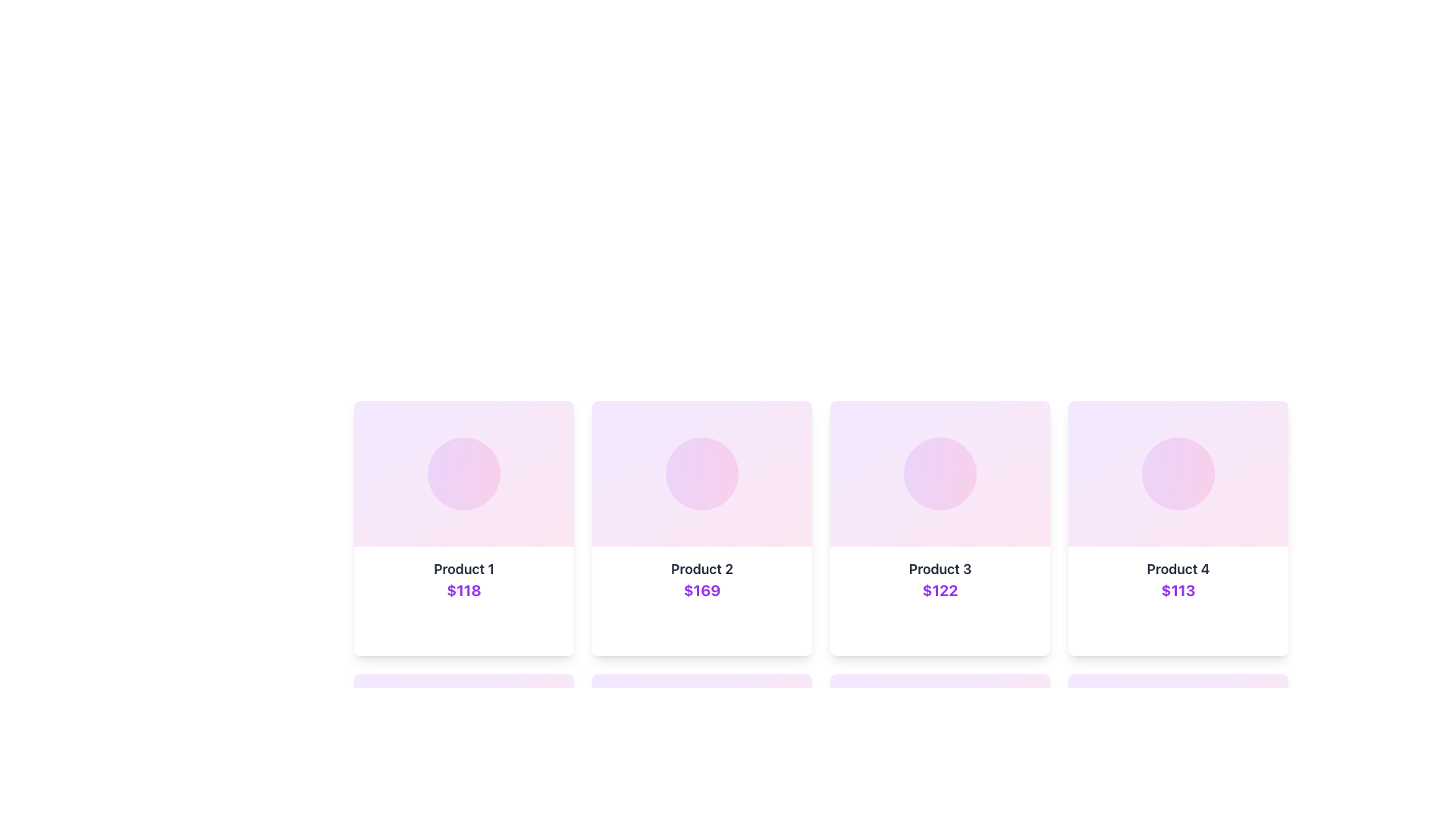  Describe the element at coordinates (939, 601) in the screenshot. I see `the Informational card displaying product information, positioned as the third card in a row` at that location.